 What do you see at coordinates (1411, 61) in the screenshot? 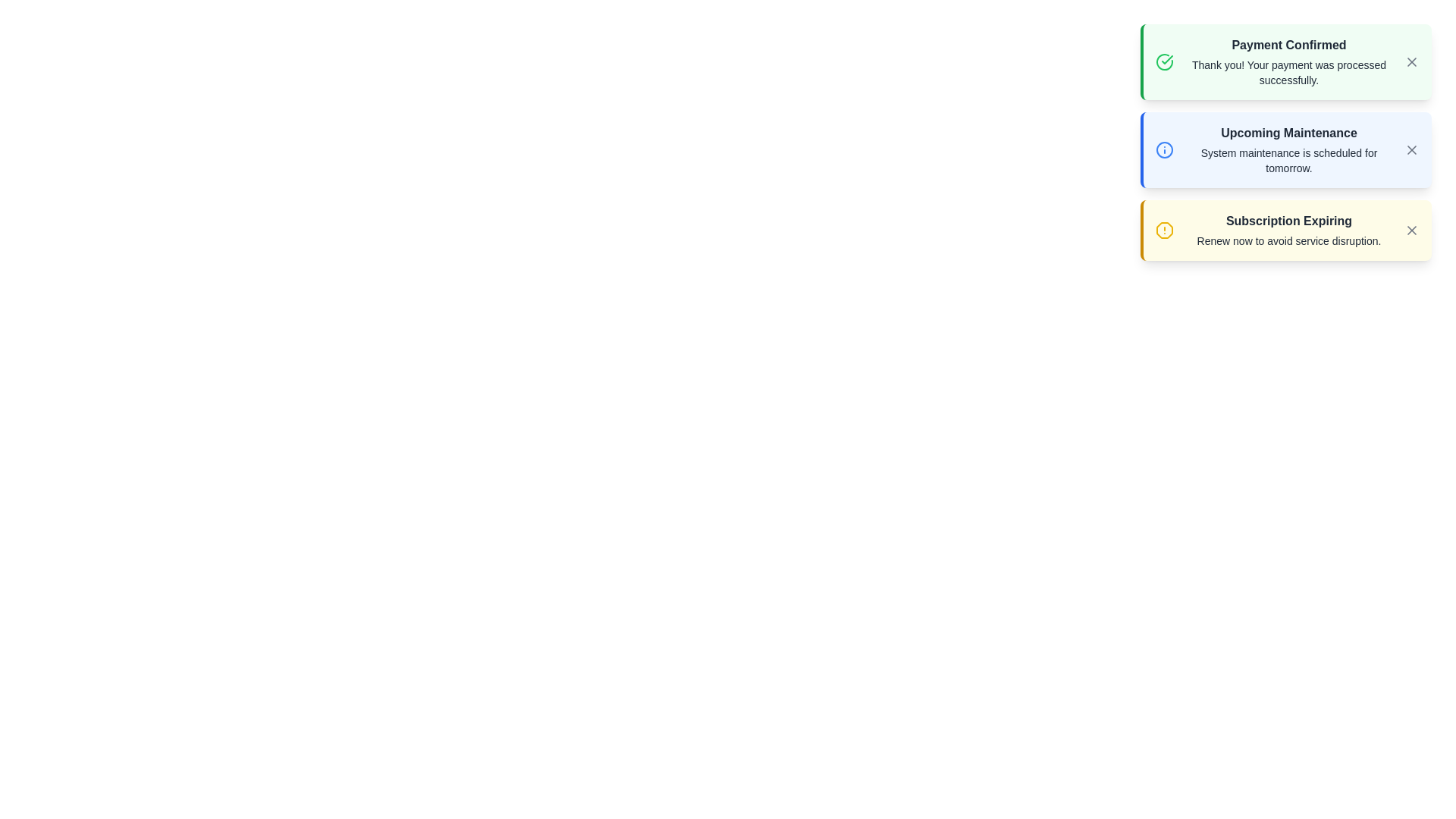
I see `close button of the notification with the title 'Payment Confirmed'` at bounding box center [1411, 61].